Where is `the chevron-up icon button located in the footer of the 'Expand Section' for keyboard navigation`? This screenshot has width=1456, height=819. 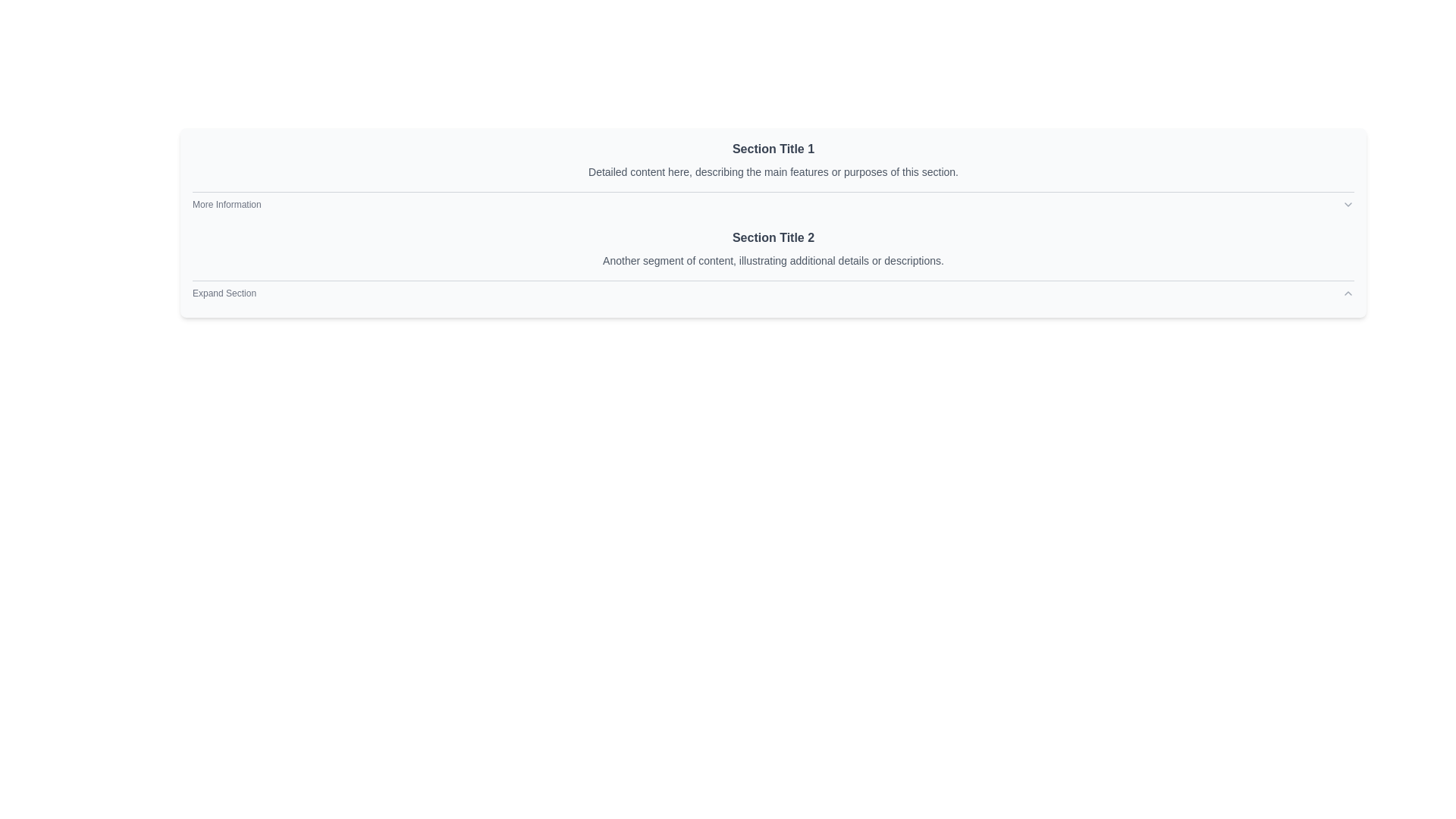
the chevron-up icon button located in the footer of the 'Expand Section' for keyboard navigation is located at coordinates (1348, 293).